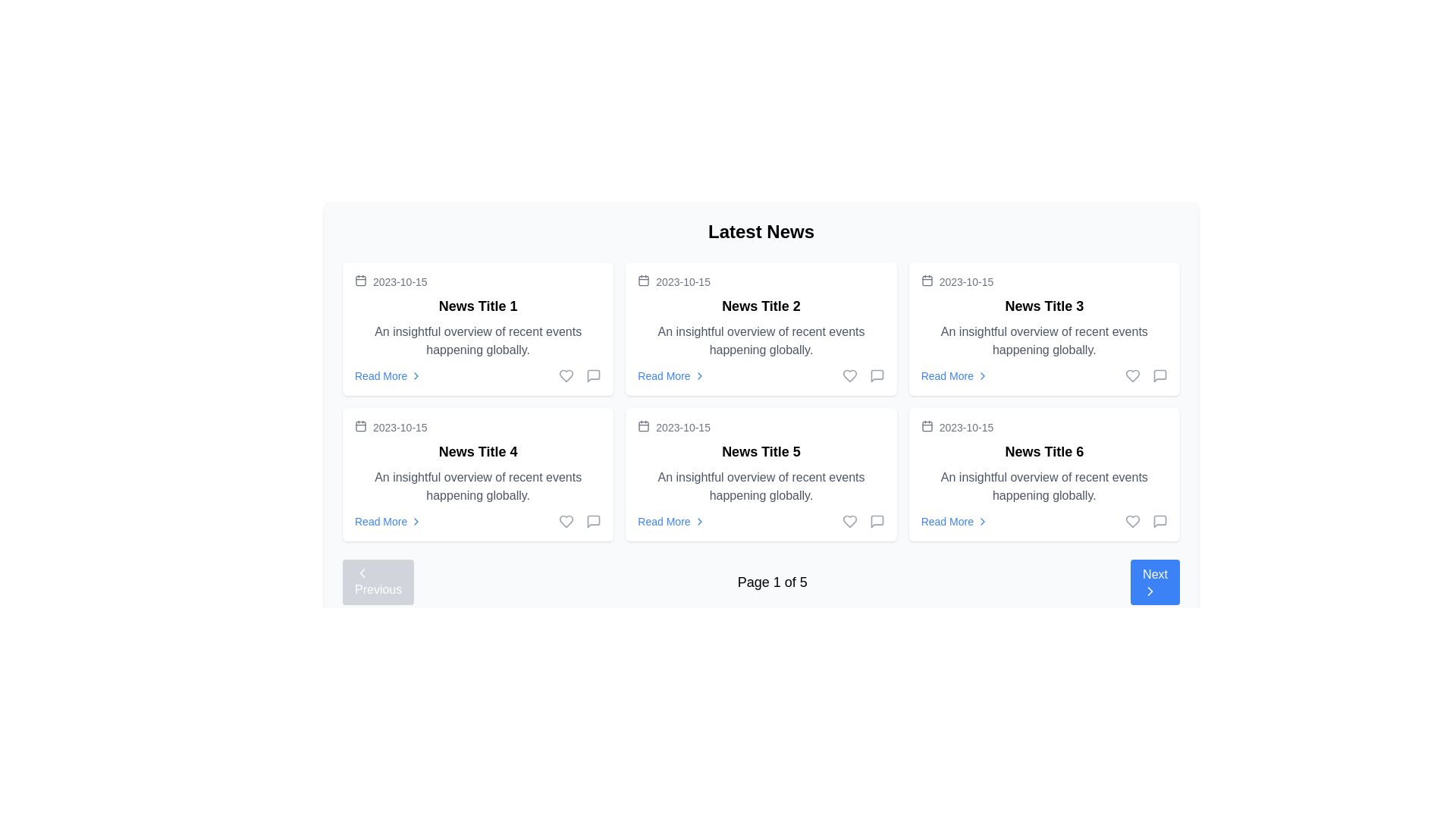  Describe the element at coordinates (682, 427) in the screenshot. I see `the text label displaying the date '2023-10-15', which is located in the second row, second column of the 'News Title 5' card, directly below the calendar icon` at that location.